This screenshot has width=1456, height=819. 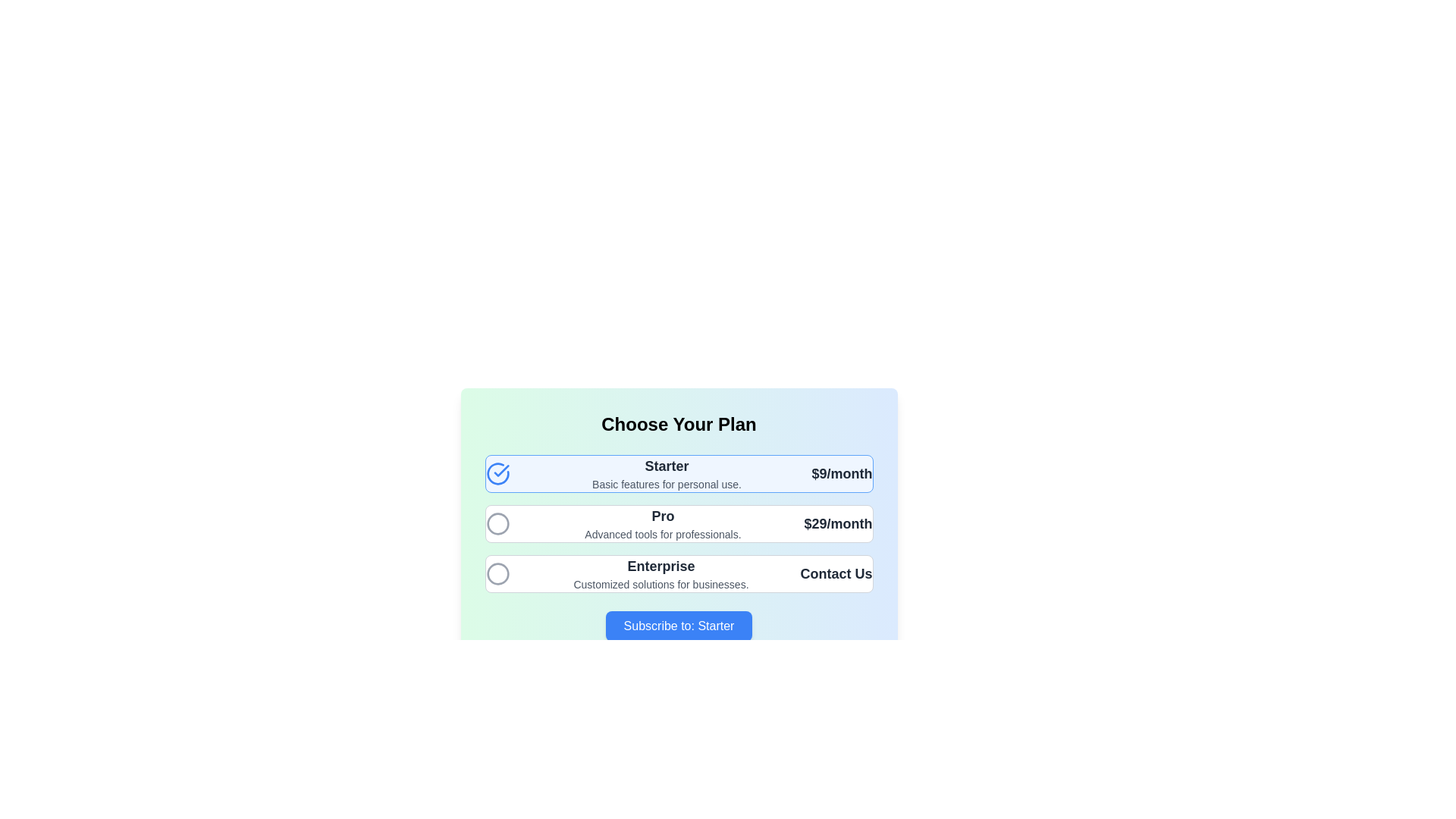 What do you see at coordinates (663, 534) in the screenshot?
I see `the descriptive text element that provides additional details about the 'Pro' plan, located beneath the bold text 'Pro' within the 'Pro' plan option block` at bounding box center [663, 534].